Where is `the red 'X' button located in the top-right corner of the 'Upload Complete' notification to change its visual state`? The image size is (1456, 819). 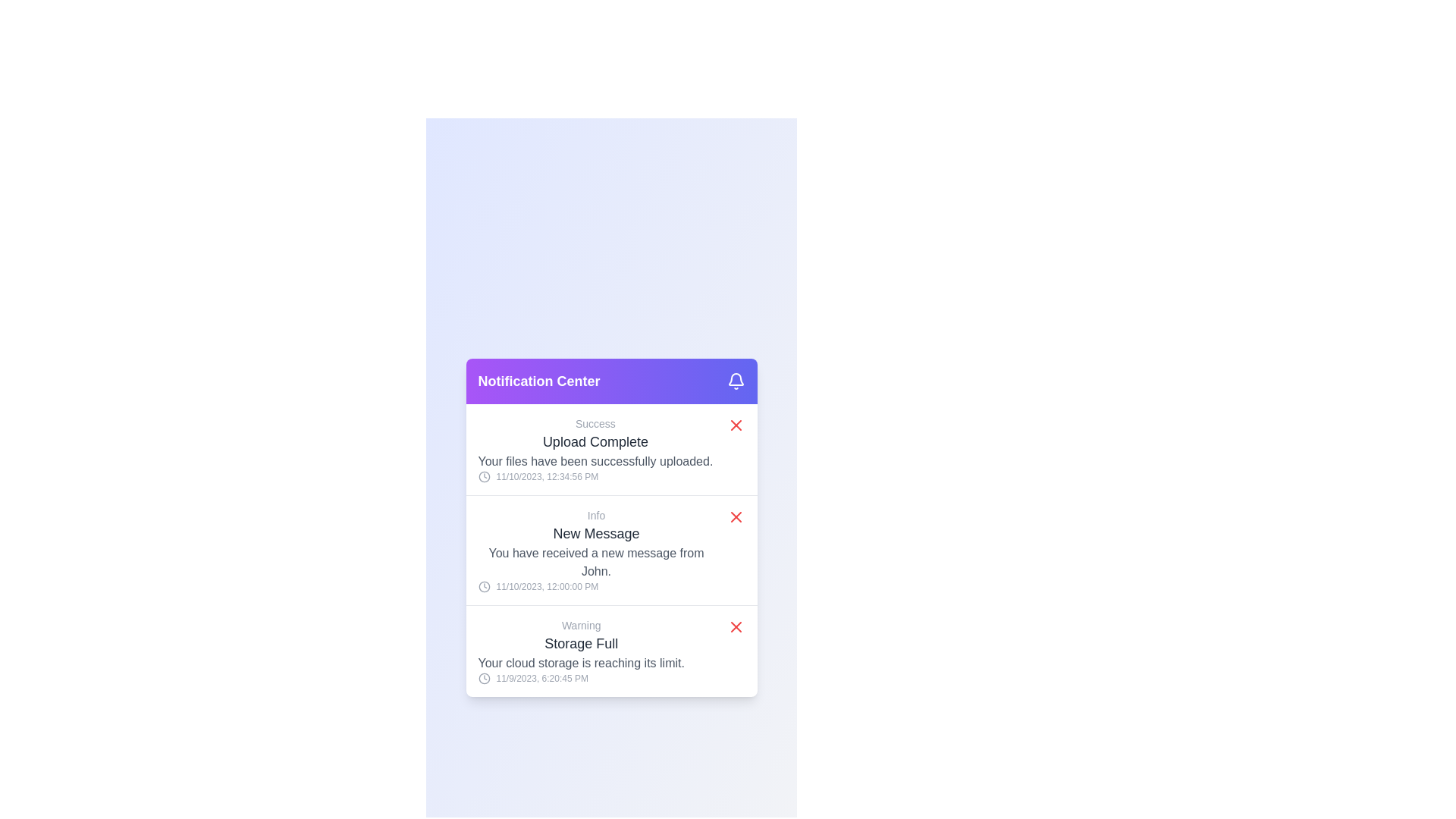
the red 'X' button located in the top-right corner of the 'Upload Complete' notification to change its visual state is located at coordinates (736, 425).